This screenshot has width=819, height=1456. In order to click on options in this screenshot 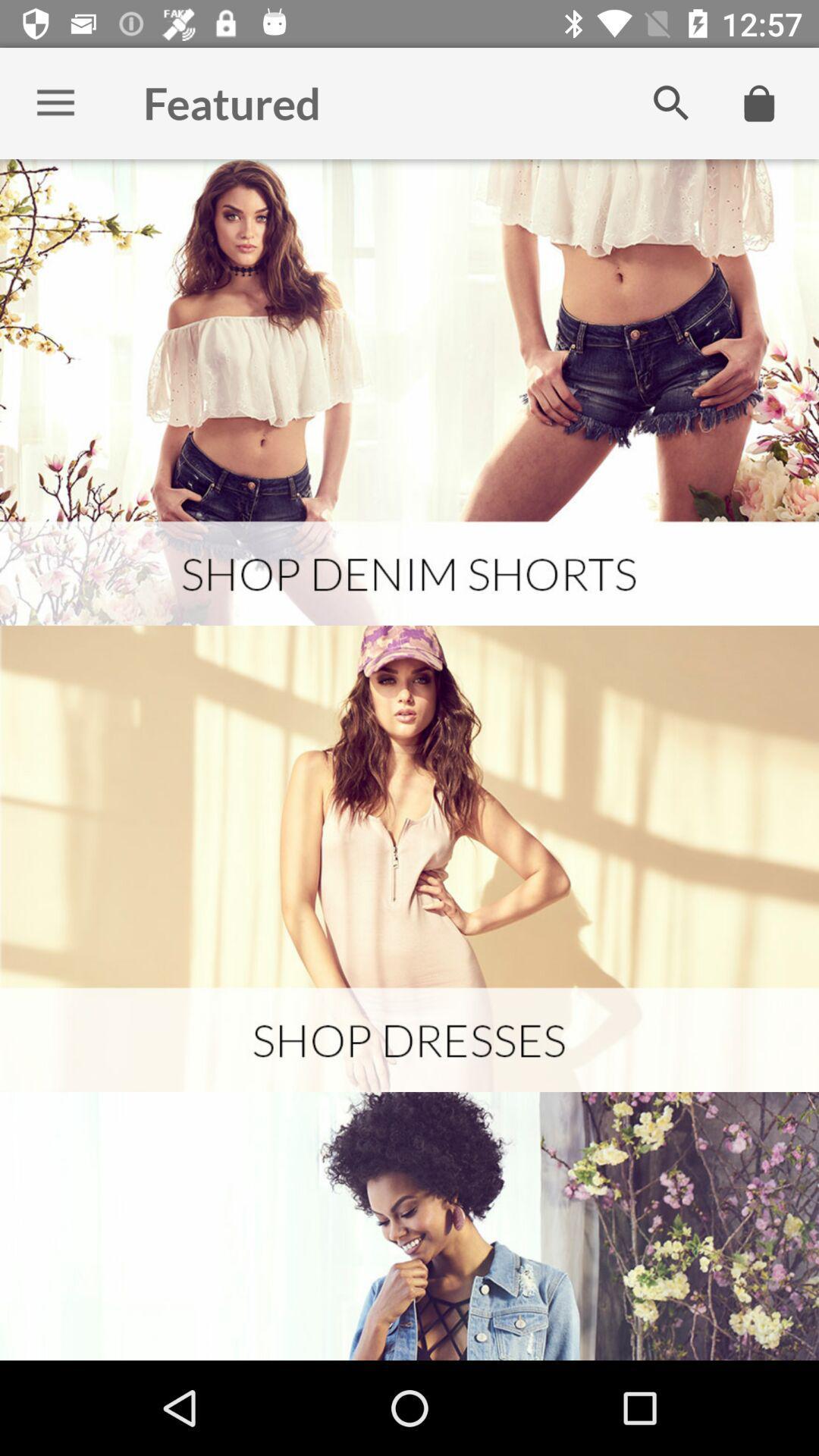, I will do `click(55, 102)`.